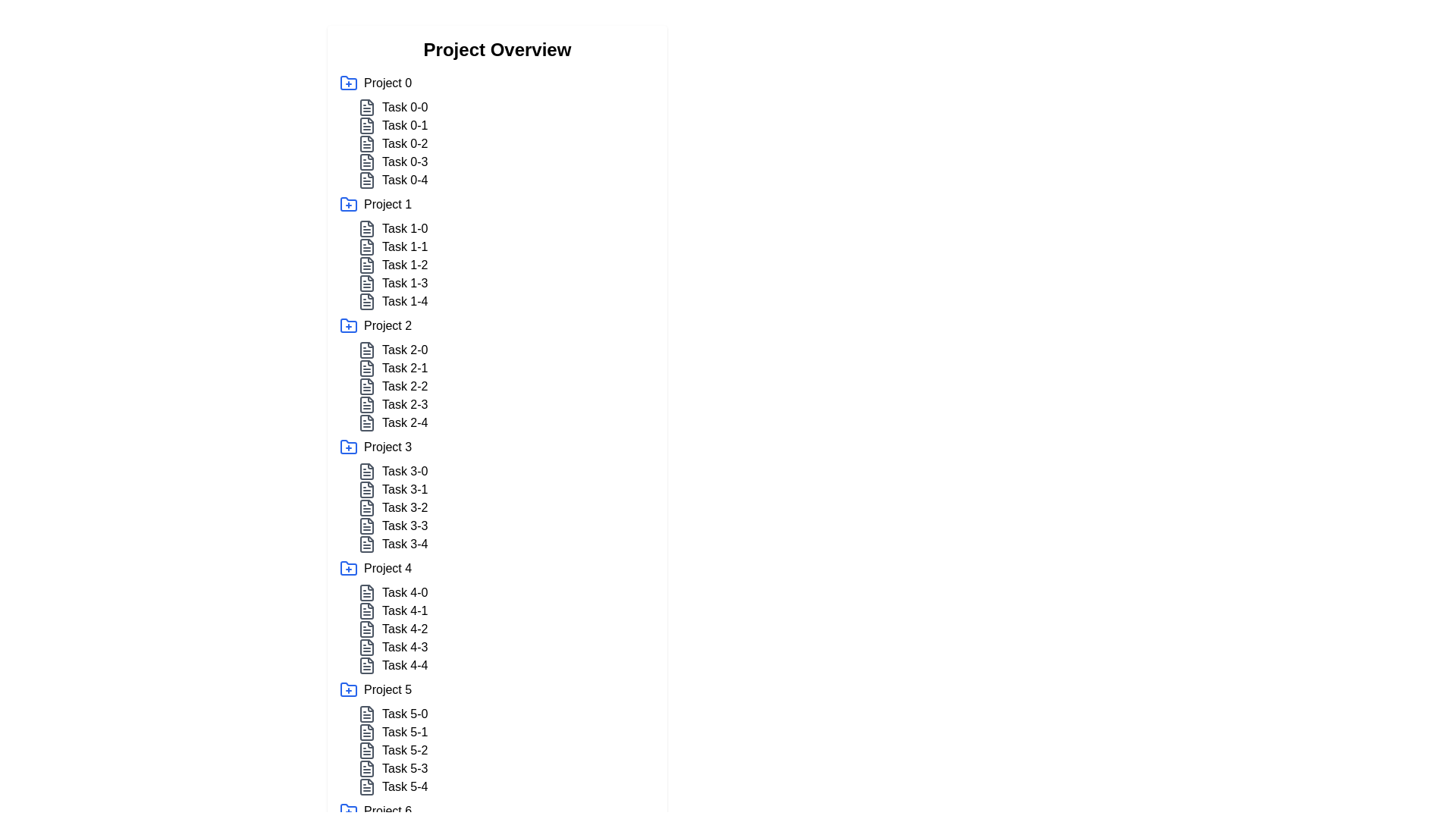 The height and width of the screenshot is (819, 1456). I want to click on the document icon located beside 'Task 5-3' under 'Project 5' in the structured list interface, so click(367, 769).